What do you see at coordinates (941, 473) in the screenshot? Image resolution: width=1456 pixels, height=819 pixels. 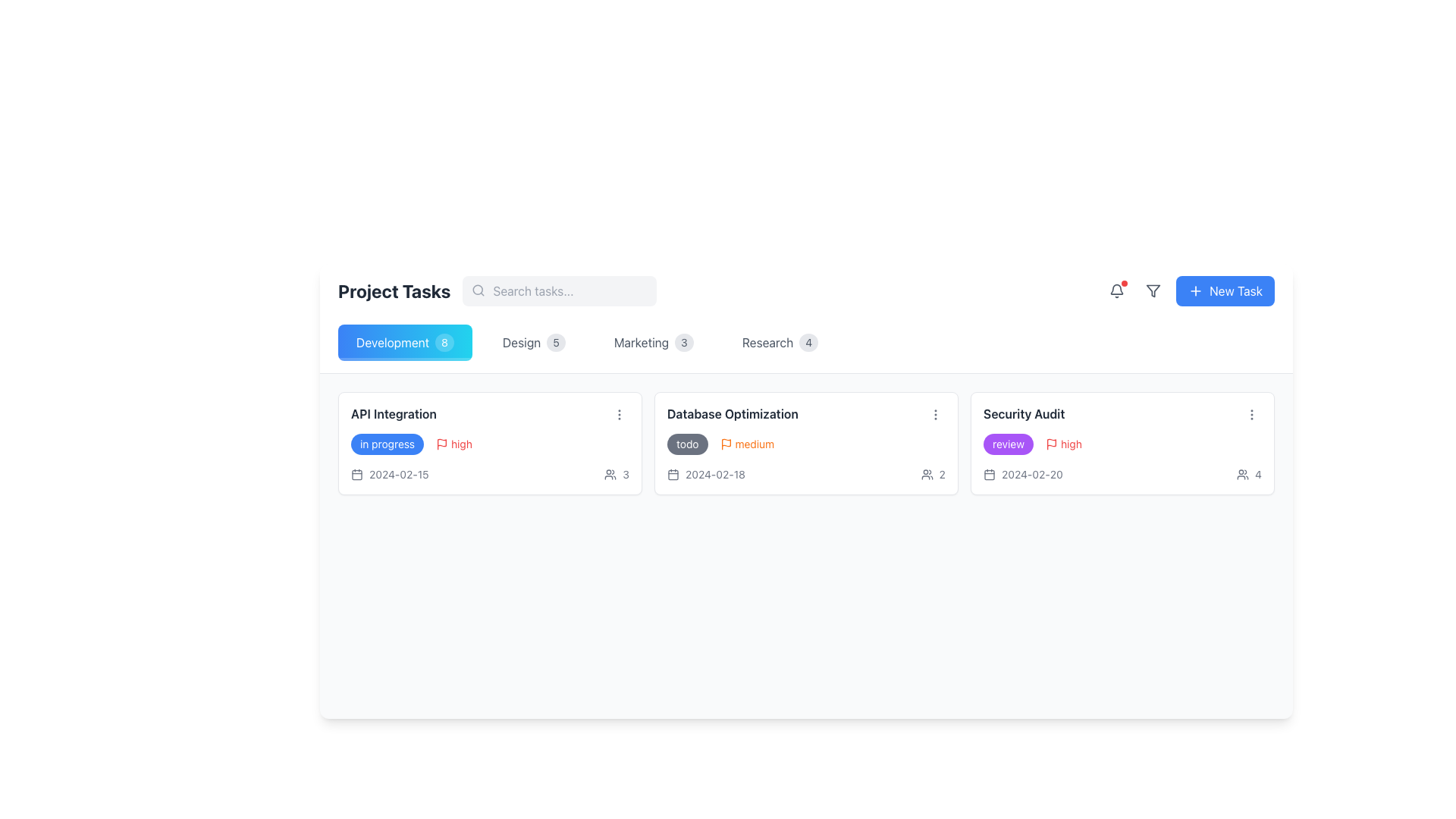 I see `numeral '2' displayed in a clear, sans-serif font, located in the 'Security Audit' task card, directly to the right of the user icon` at bounding box center [941, 473].